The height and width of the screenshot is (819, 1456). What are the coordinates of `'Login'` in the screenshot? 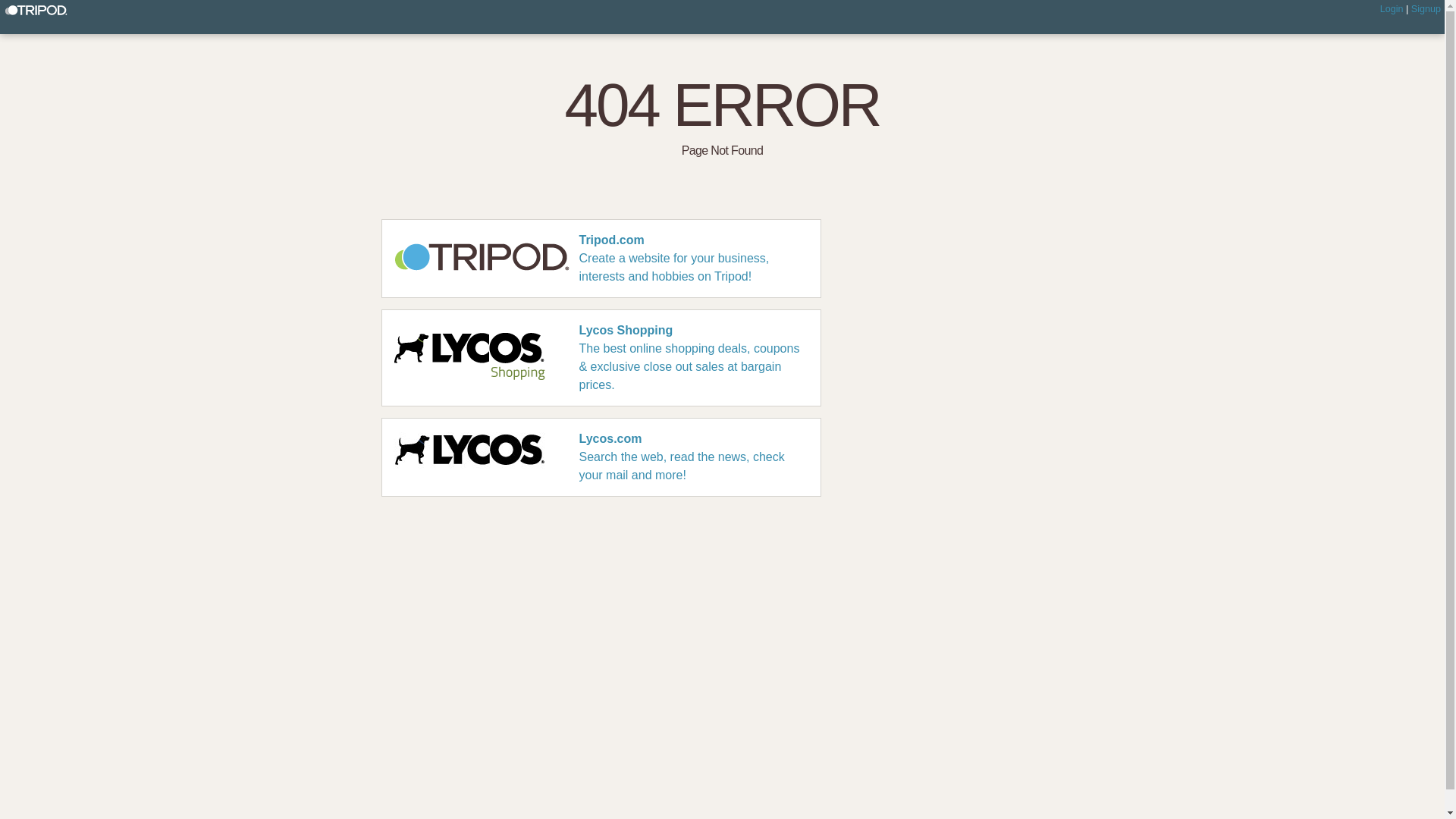 It's located at (1392, 8).